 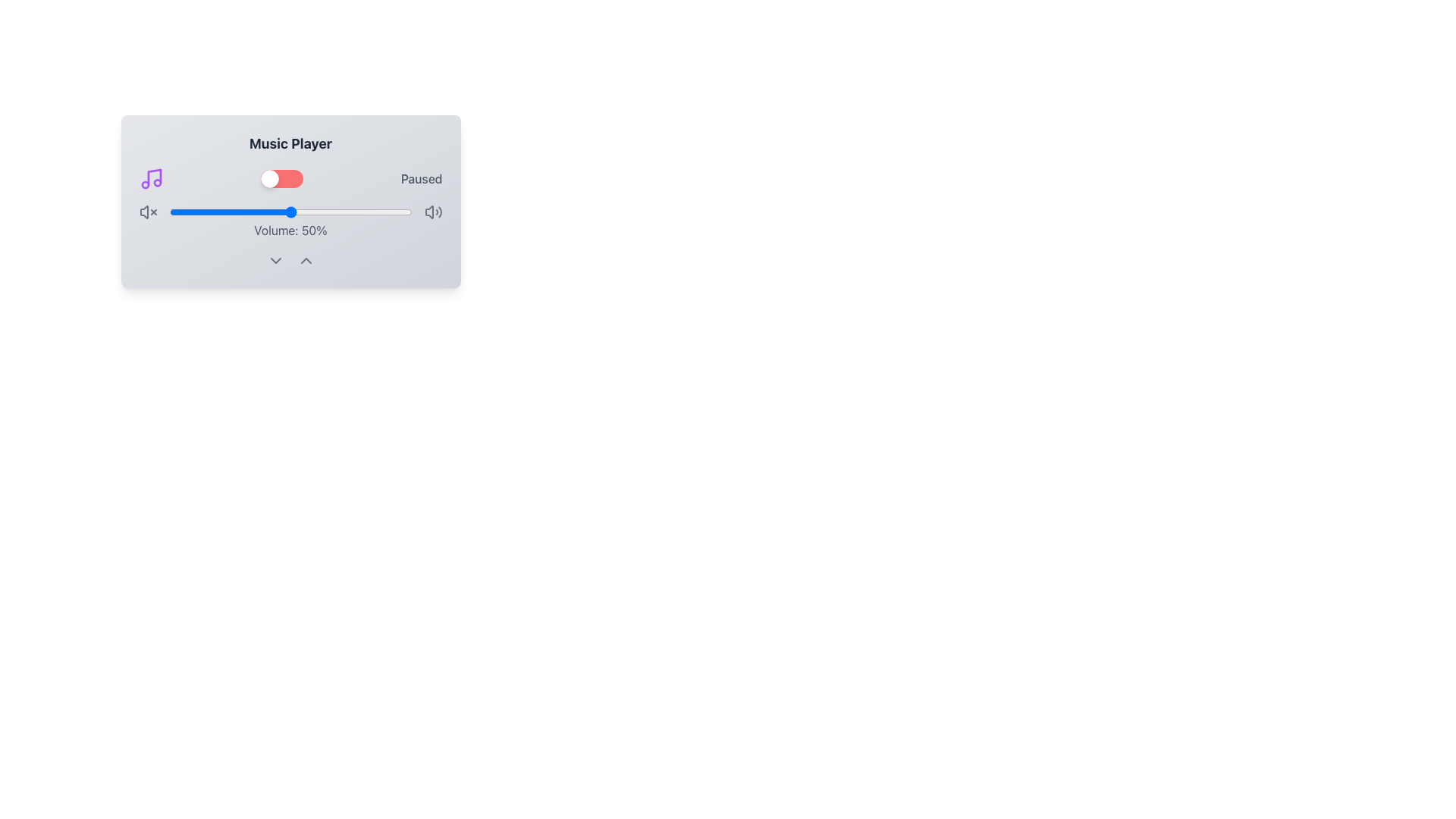 I want to click on volume, so click(x=239, y=212).